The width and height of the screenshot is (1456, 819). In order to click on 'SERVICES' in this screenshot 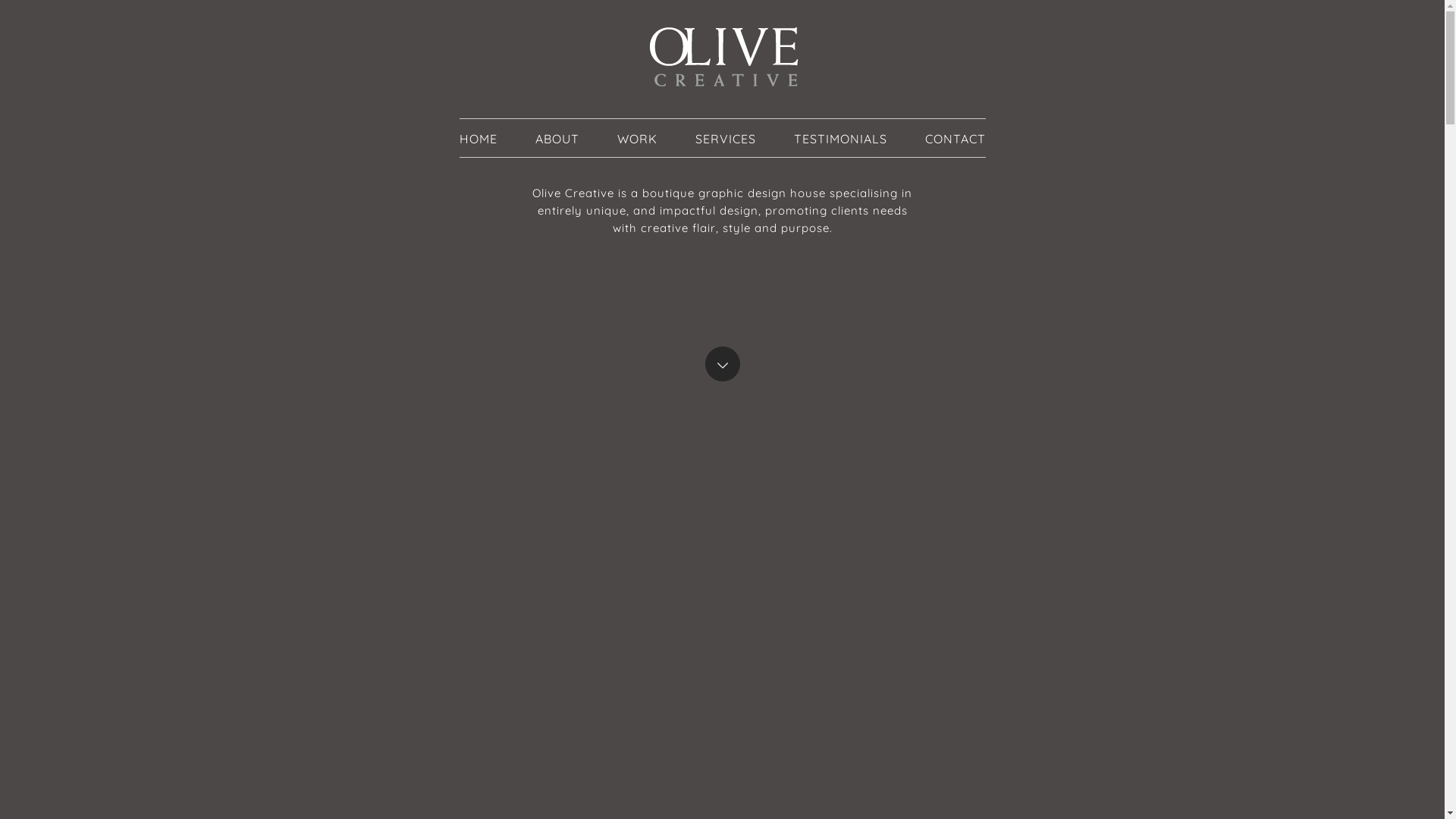, I will do `click(694, 138)`.